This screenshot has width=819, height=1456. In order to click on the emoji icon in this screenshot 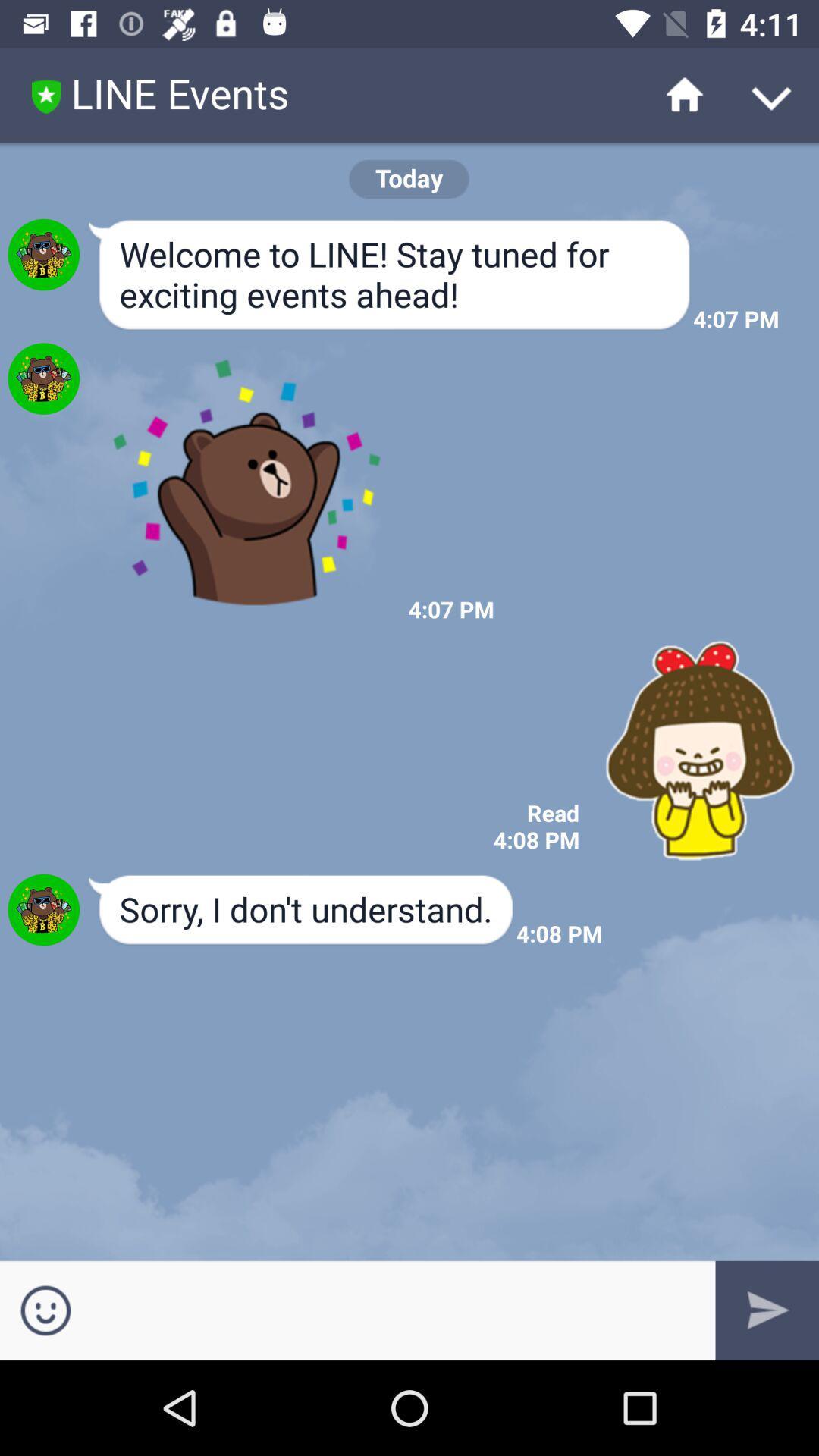, I will do `click(36, 1310)`.